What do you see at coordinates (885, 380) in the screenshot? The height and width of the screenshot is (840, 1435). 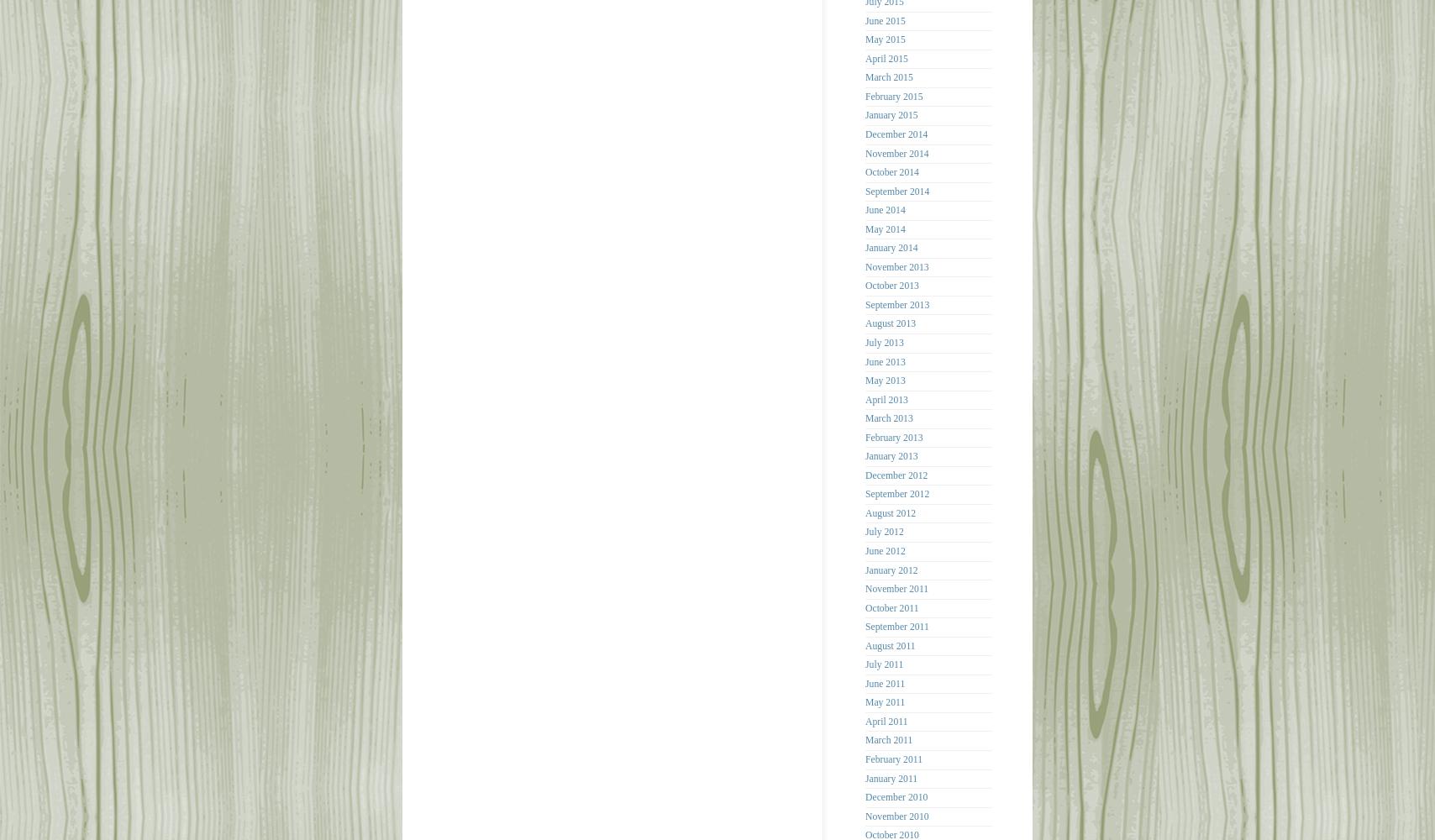 I see `'May 2013'` at bounding box center [885, 380].